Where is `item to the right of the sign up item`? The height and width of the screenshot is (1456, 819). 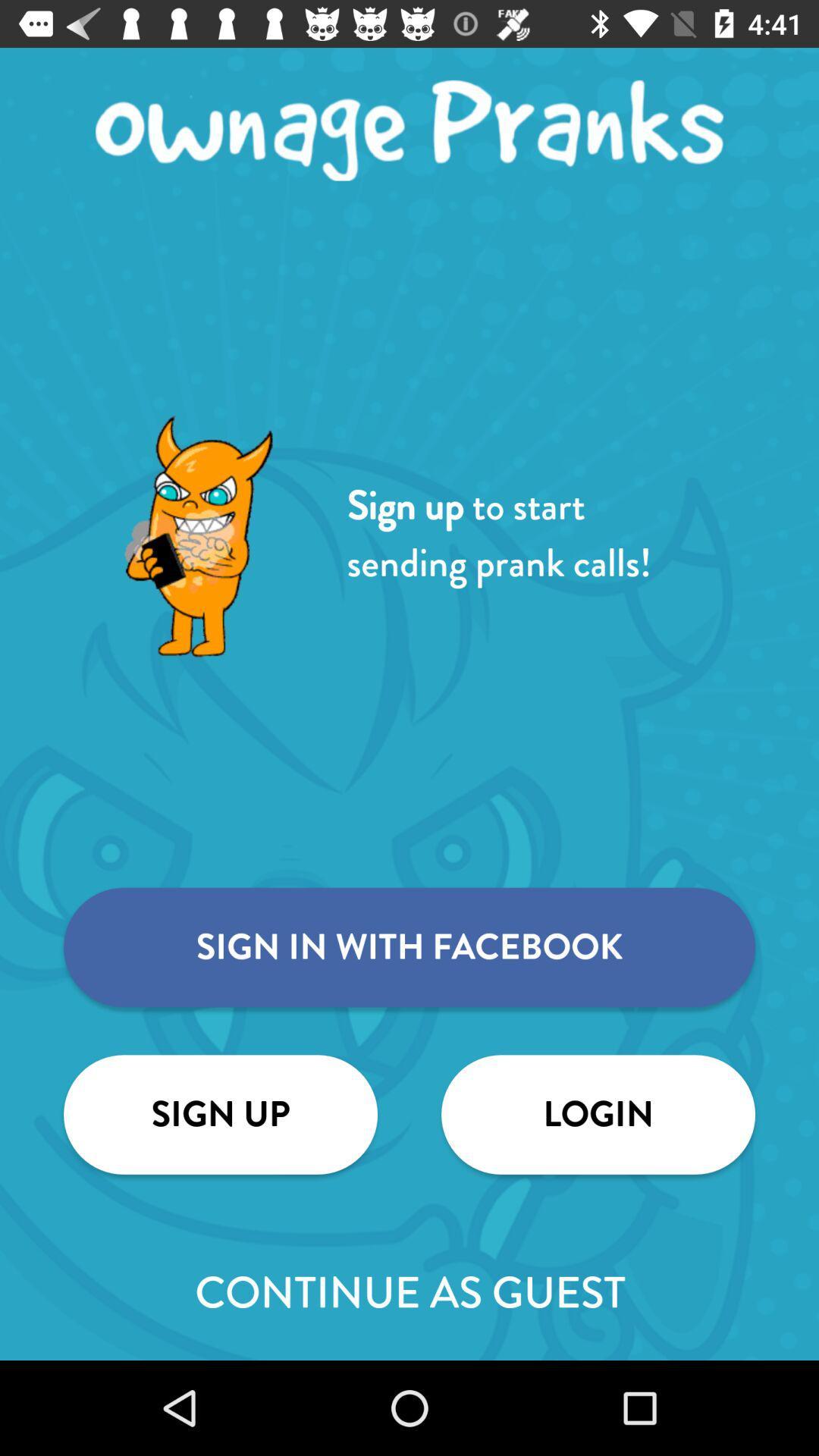 item to the right of the sign up item is located at coordinates (598, 1114).